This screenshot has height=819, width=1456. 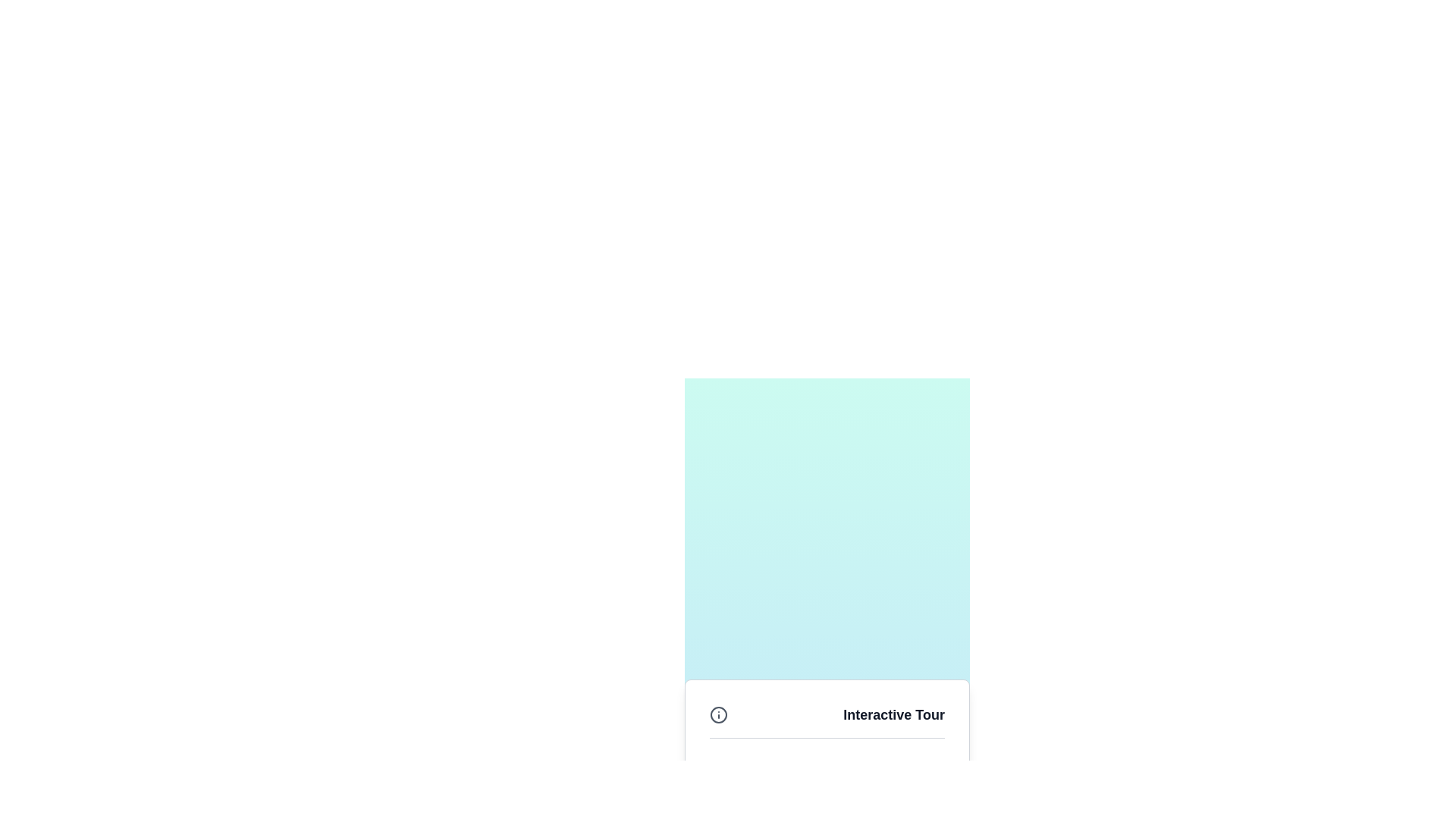 What do you see at coordinates (718, 714) in the screenshot?
I see `the information icon located to the left of the 'Interactive Tour' label` at bounding box center [718, 714].